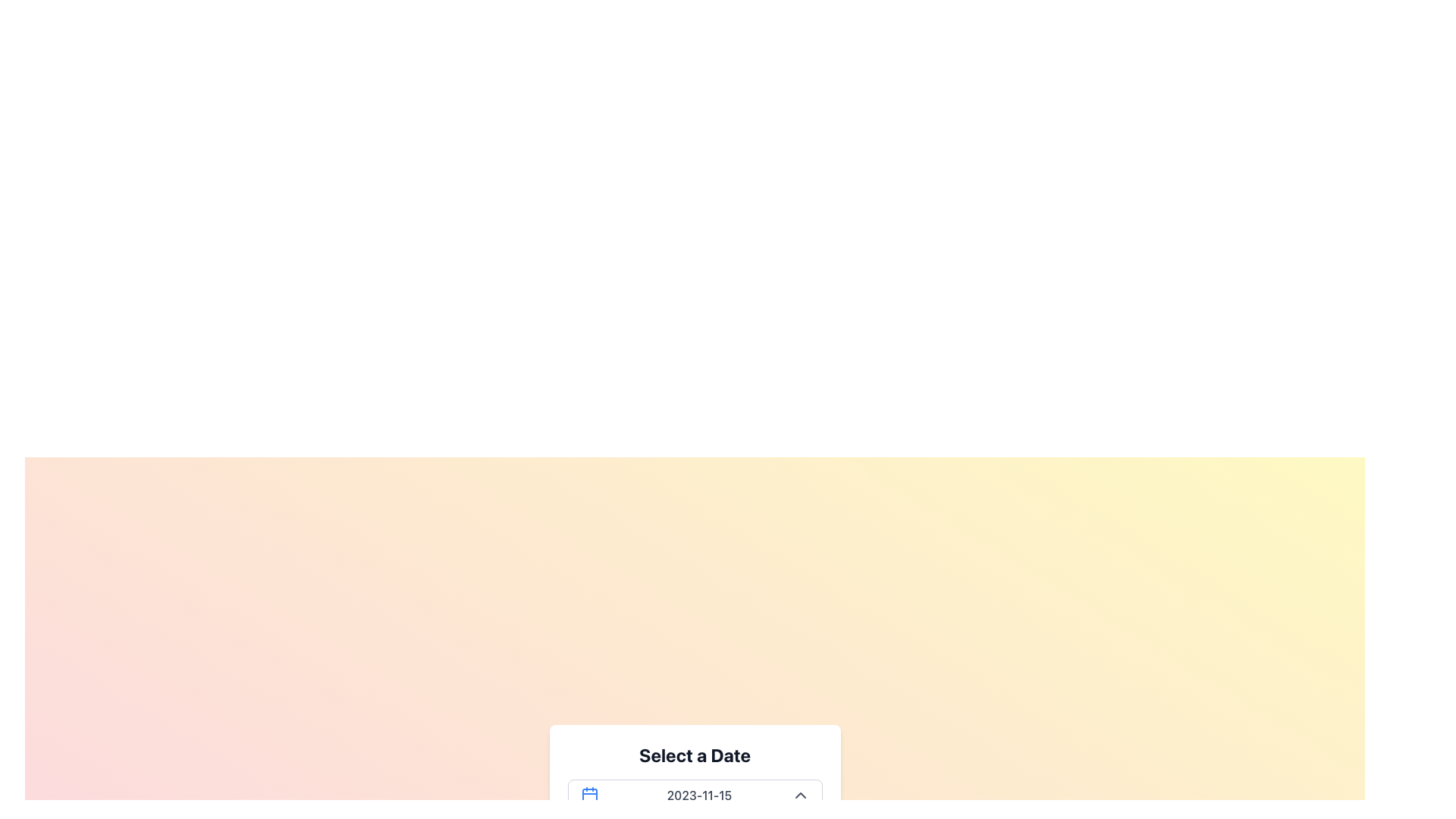 This screenshot has width=1456, height=819. I want to click on text of the bold 'Select a Date' label located at the top of the card, which serves as a header for the calendar interface, so click(694, 755).